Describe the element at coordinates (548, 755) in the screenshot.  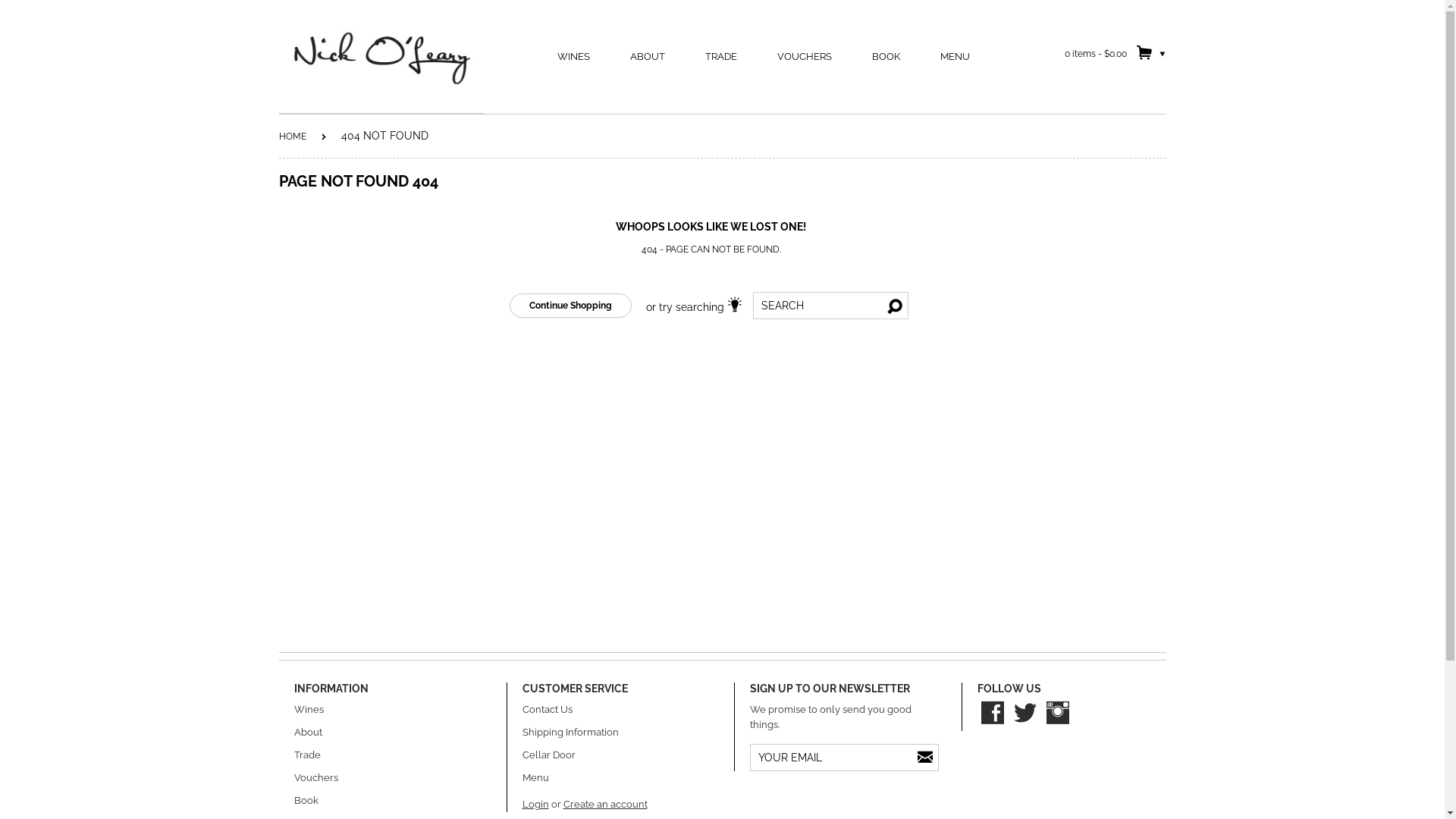
I see `'Cellar Door'` at that location.